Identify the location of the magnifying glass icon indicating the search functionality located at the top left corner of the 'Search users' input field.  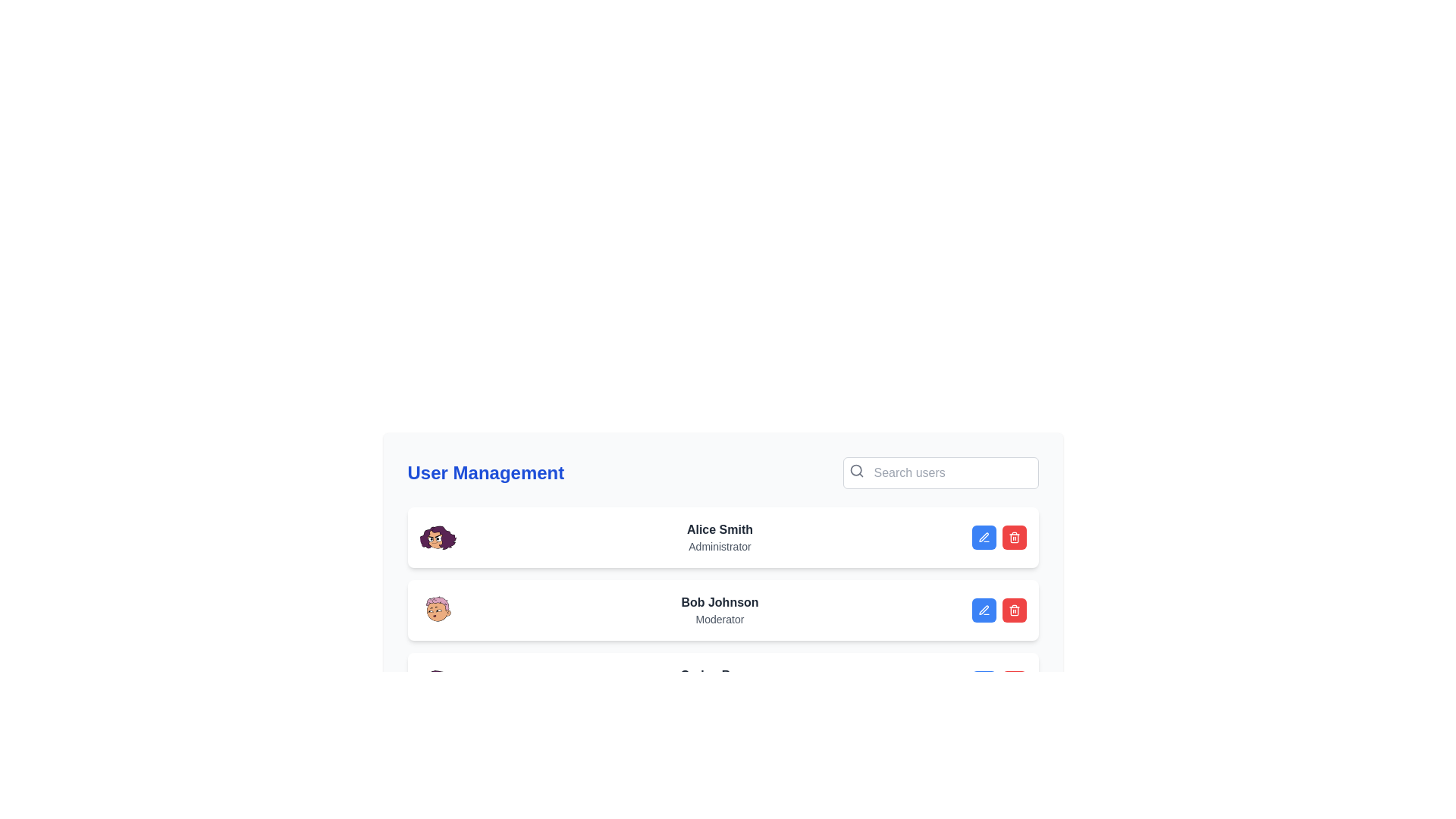
(856, 470).